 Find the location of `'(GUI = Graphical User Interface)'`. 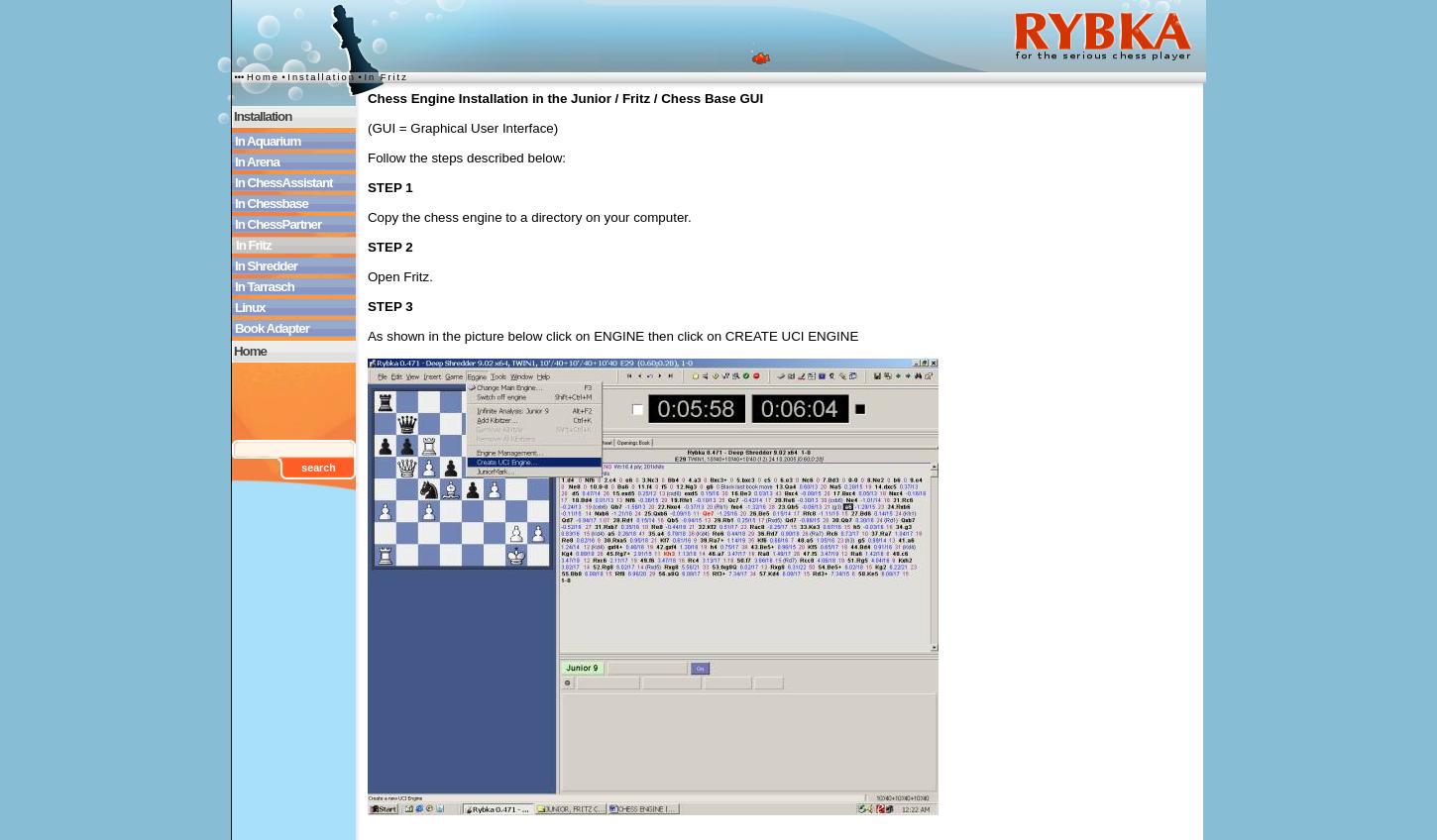

'(GUI = Graphical User Interface)' is located at coordinates (461, 127).